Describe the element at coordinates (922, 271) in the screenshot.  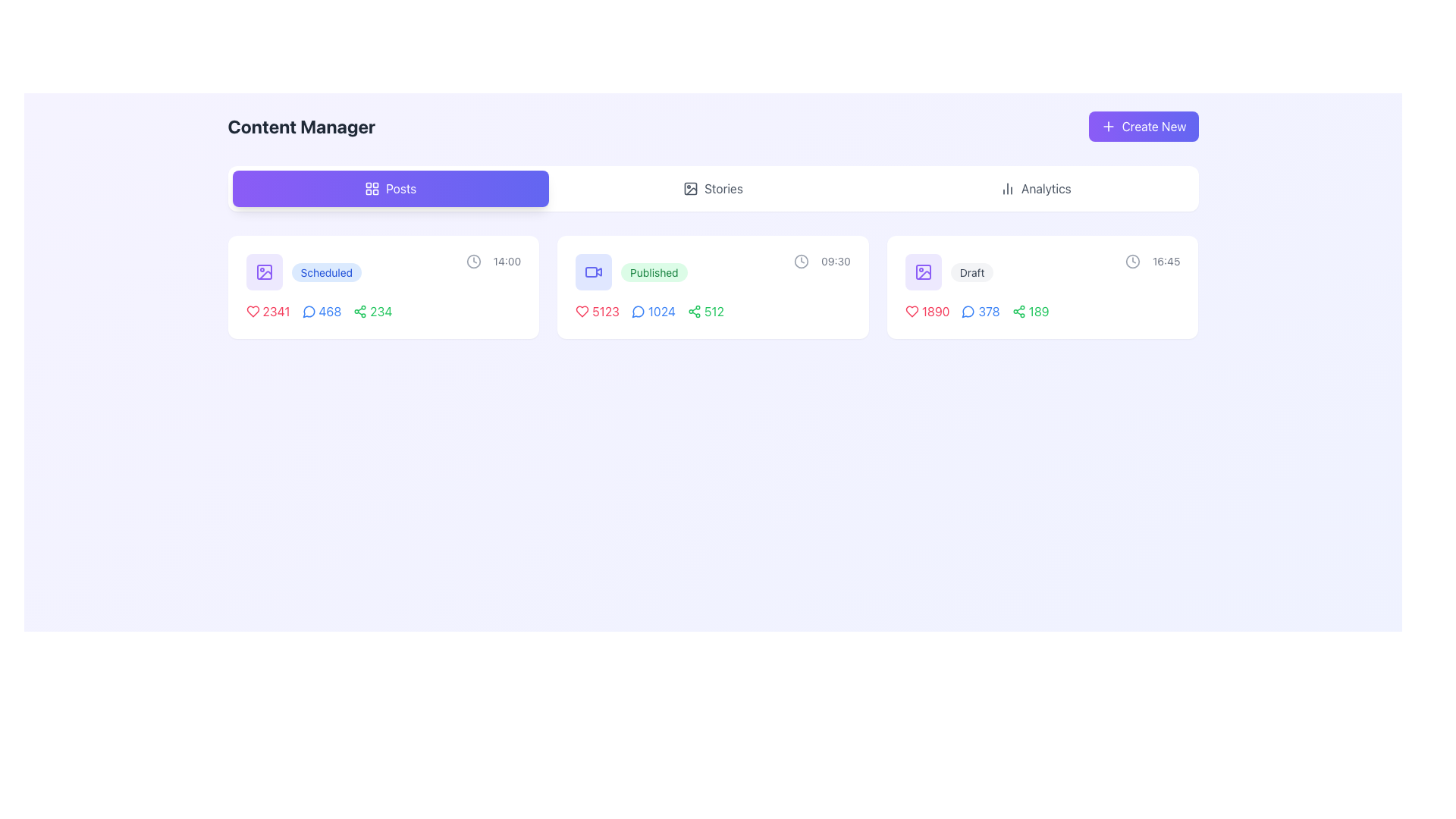
I see `the small icon with a purple outline and an image symbol, located in the top-left corner of the rightmost card, above the 'Draft' label and to the left of the '16:45' timestamp` at that location.